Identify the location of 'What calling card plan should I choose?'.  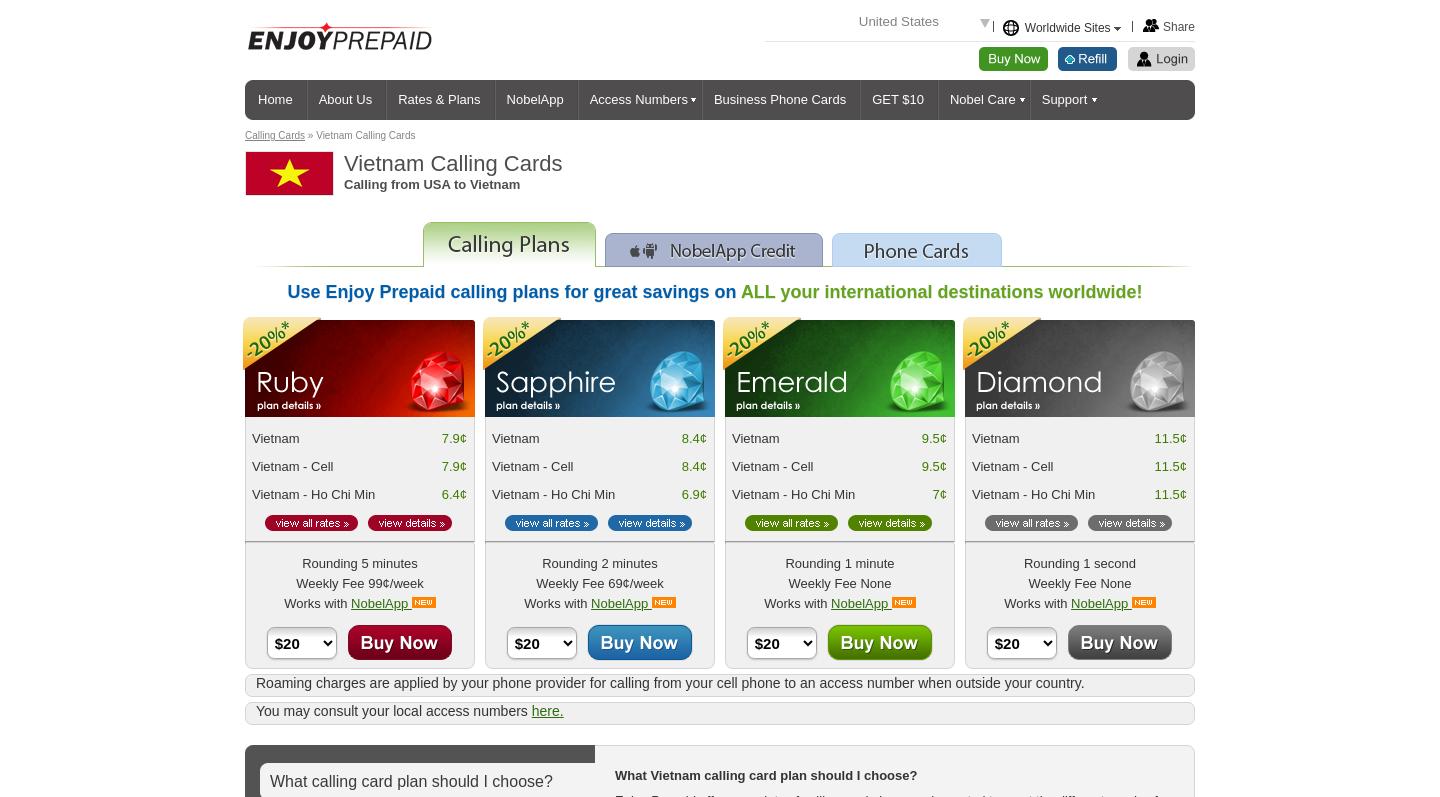
(409, 781).